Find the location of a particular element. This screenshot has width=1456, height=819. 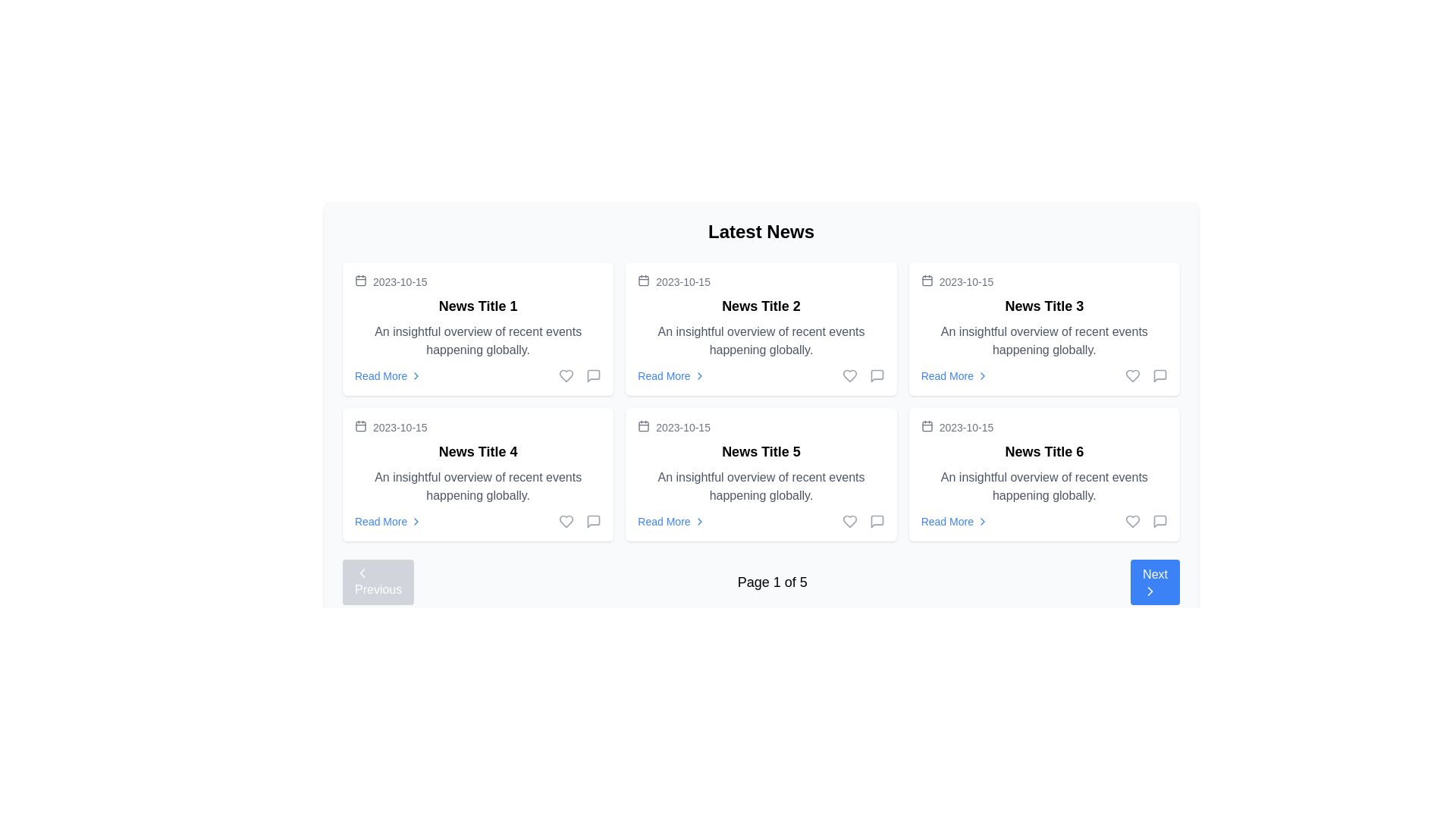

the 'like' or 'favorite' button located at the bottom-right corner of the 'News Title 5' card to observe the color change is located at coordinates (566, 520).